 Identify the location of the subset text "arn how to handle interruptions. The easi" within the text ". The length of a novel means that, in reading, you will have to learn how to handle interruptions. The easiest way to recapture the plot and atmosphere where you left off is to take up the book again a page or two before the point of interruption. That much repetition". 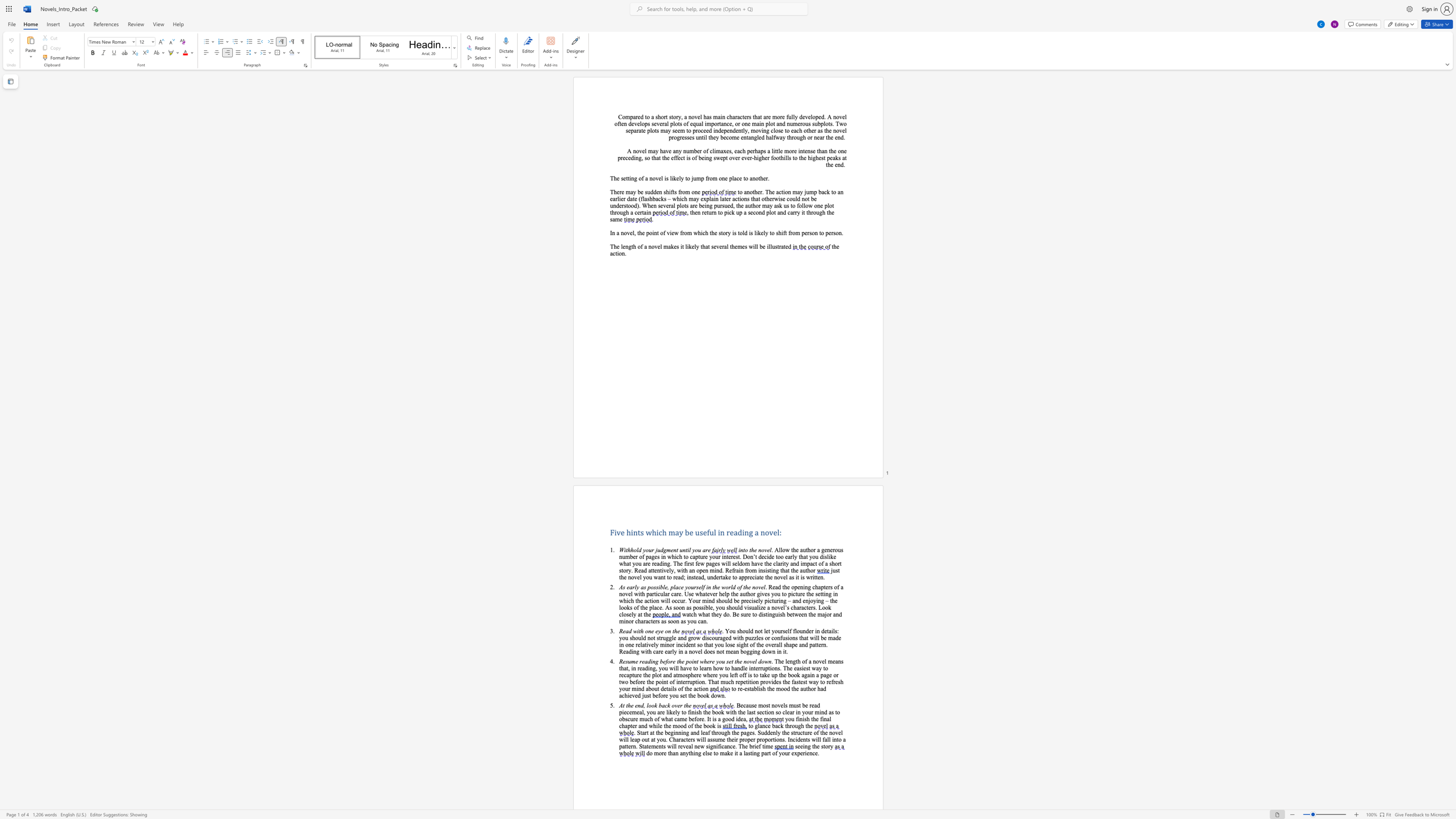
(703, 668).